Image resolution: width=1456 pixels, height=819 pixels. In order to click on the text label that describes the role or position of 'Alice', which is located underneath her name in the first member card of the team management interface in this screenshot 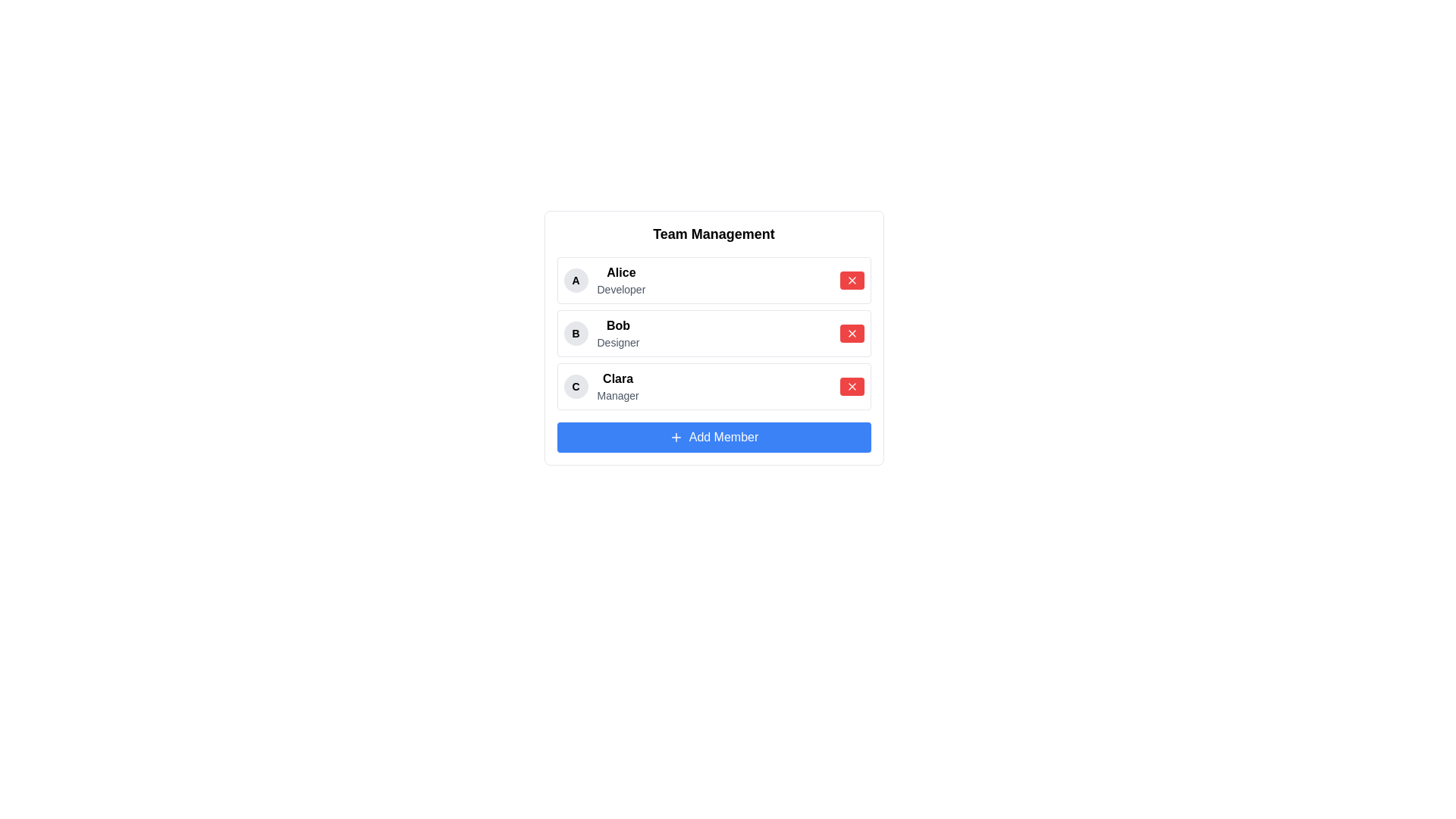, I will do `click(621, 289)`.